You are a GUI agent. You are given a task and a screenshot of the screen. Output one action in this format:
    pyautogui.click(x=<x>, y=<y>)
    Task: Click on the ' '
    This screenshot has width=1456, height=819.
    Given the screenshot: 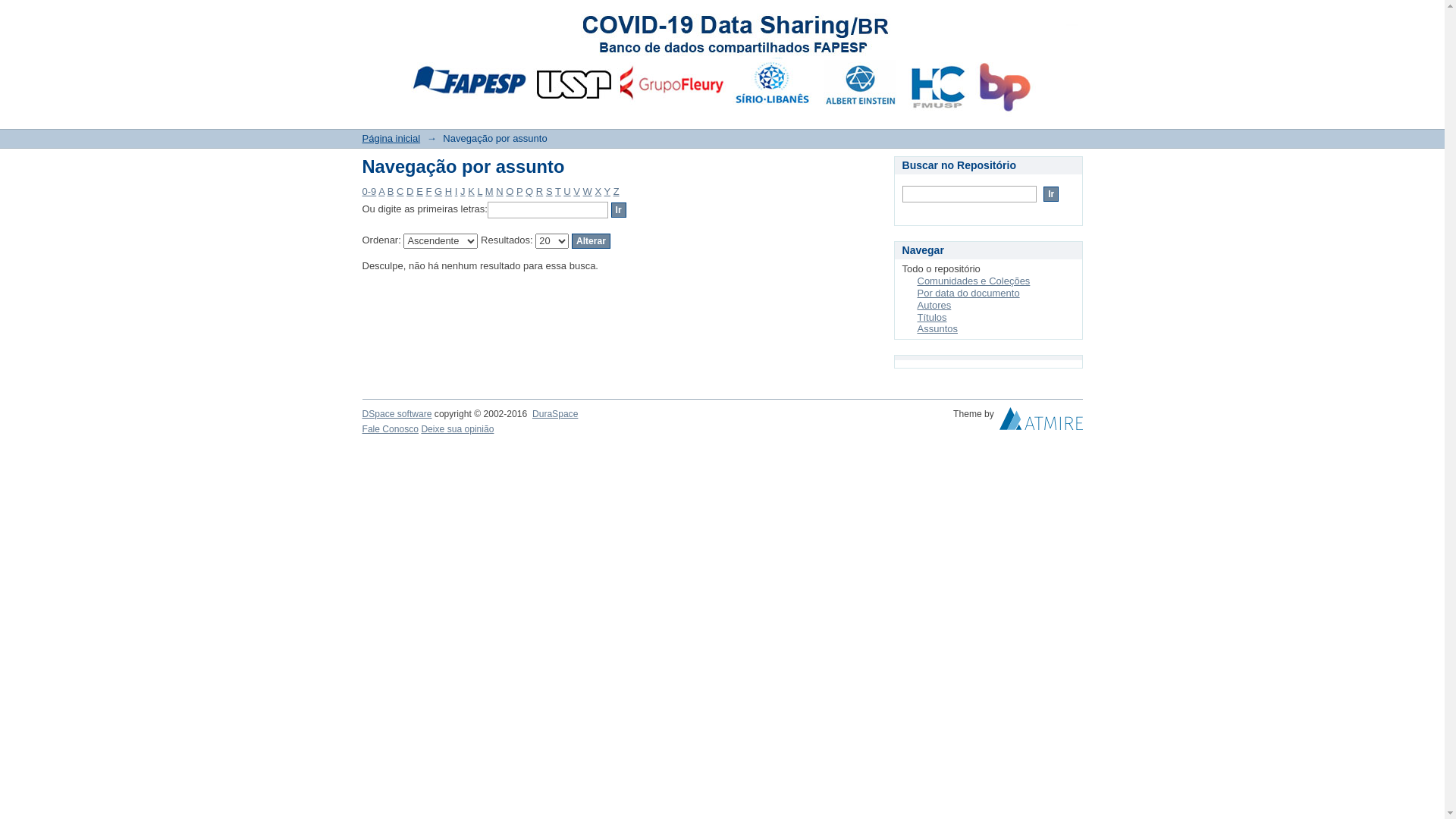 What is the action you would take?
    pyautogui.click(x=999, y=422)
    